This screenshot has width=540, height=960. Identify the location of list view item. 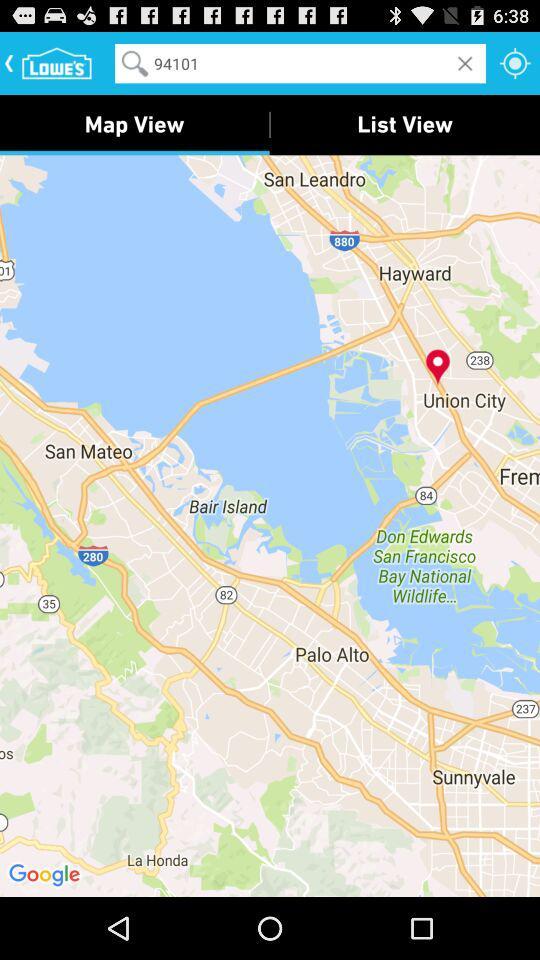
(405, 123).